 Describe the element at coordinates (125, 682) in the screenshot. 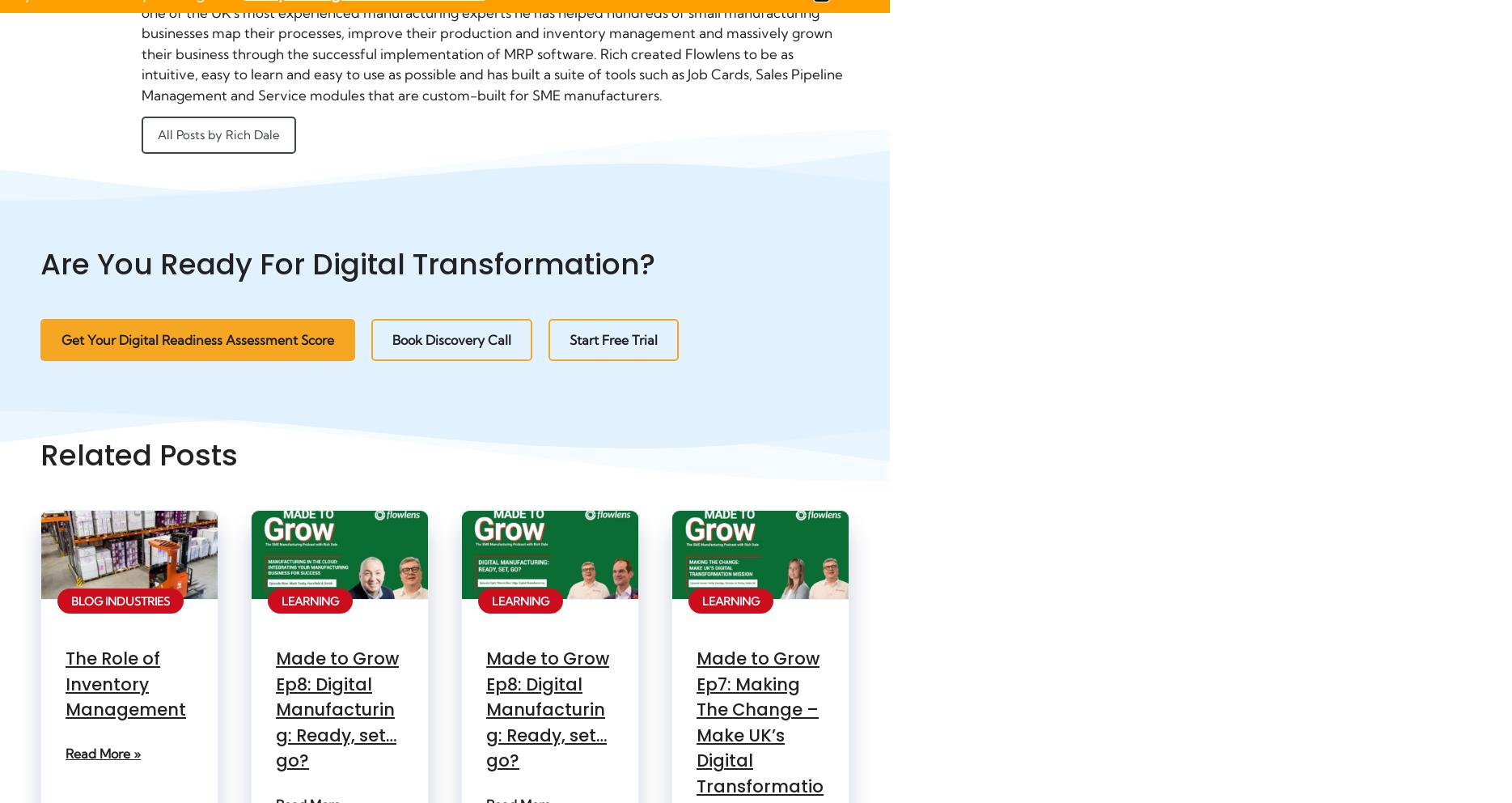

I see `'The Role of Inventory Management'` at that location.